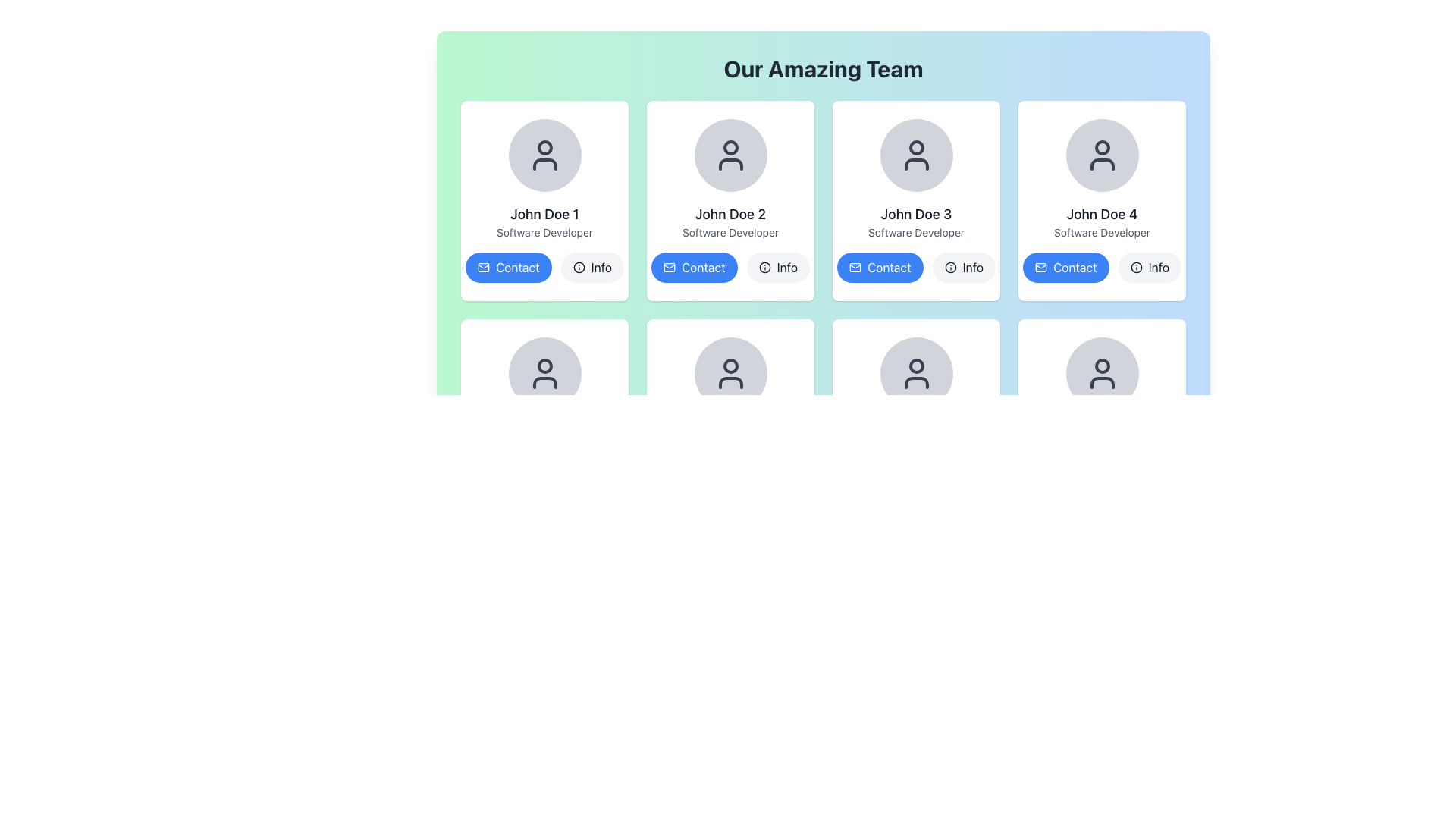  Describe the element at coordinates (915, 233) in the screenshot. I see `the static text label that designates the role or occupation of the individual represented in the card for 'John Doe 3', located between the name and the buttons labeled 'Contact' and 'Info'` at that location.